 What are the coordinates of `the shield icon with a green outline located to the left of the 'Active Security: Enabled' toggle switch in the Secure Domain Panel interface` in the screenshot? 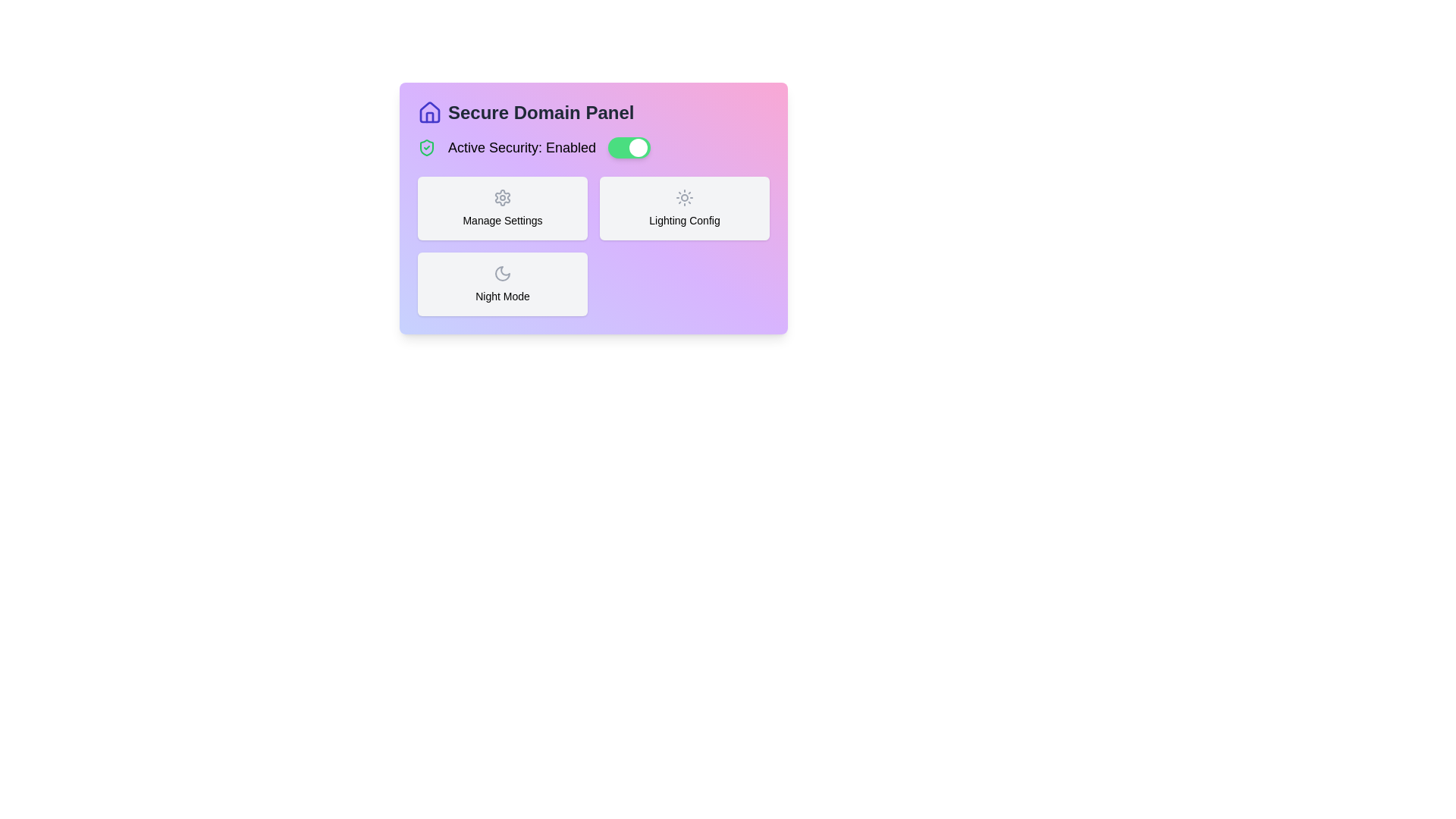 It's located at (425, 148).